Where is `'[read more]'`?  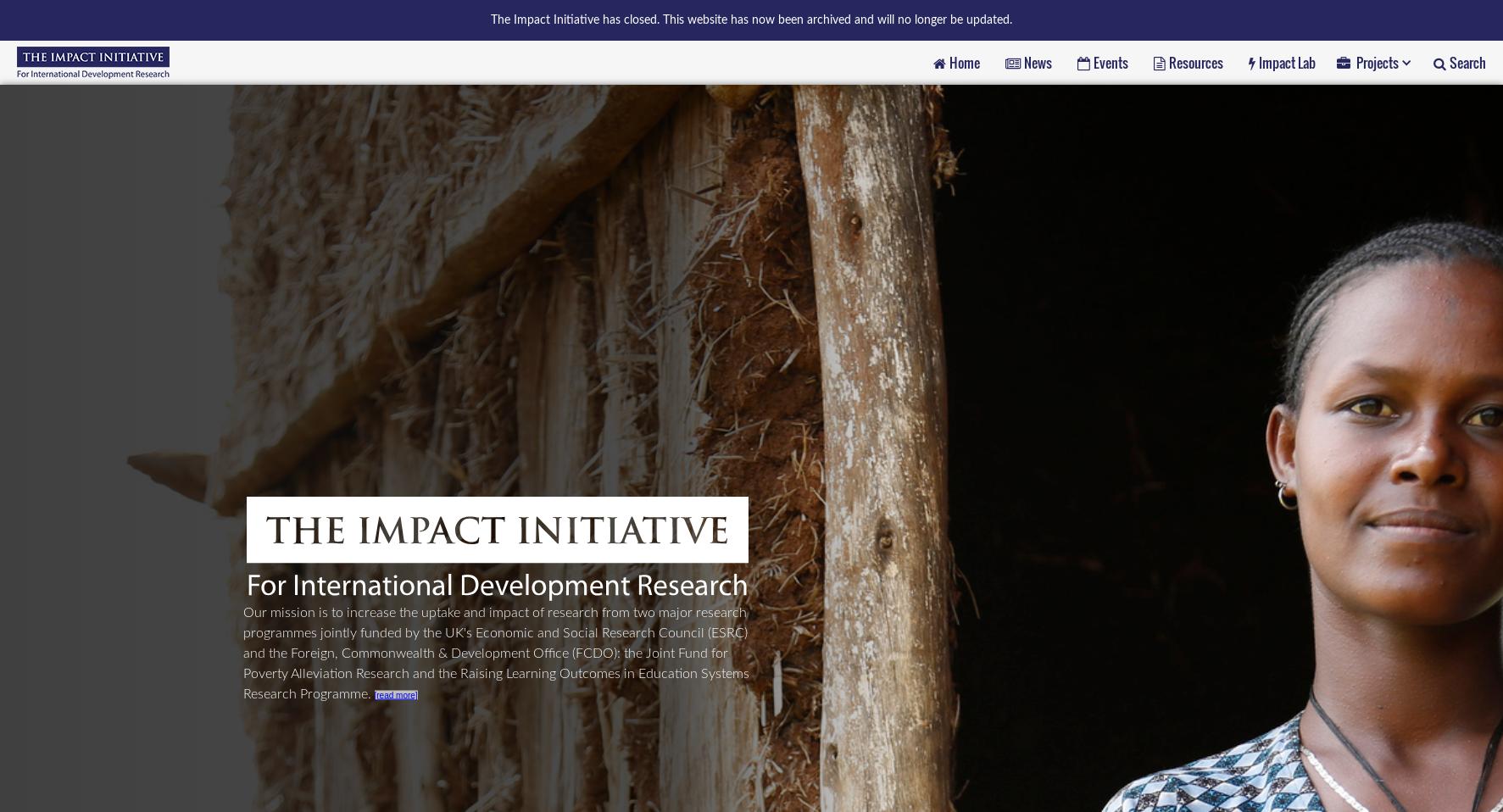
'[read more]' is located at coordinates (394, 693).